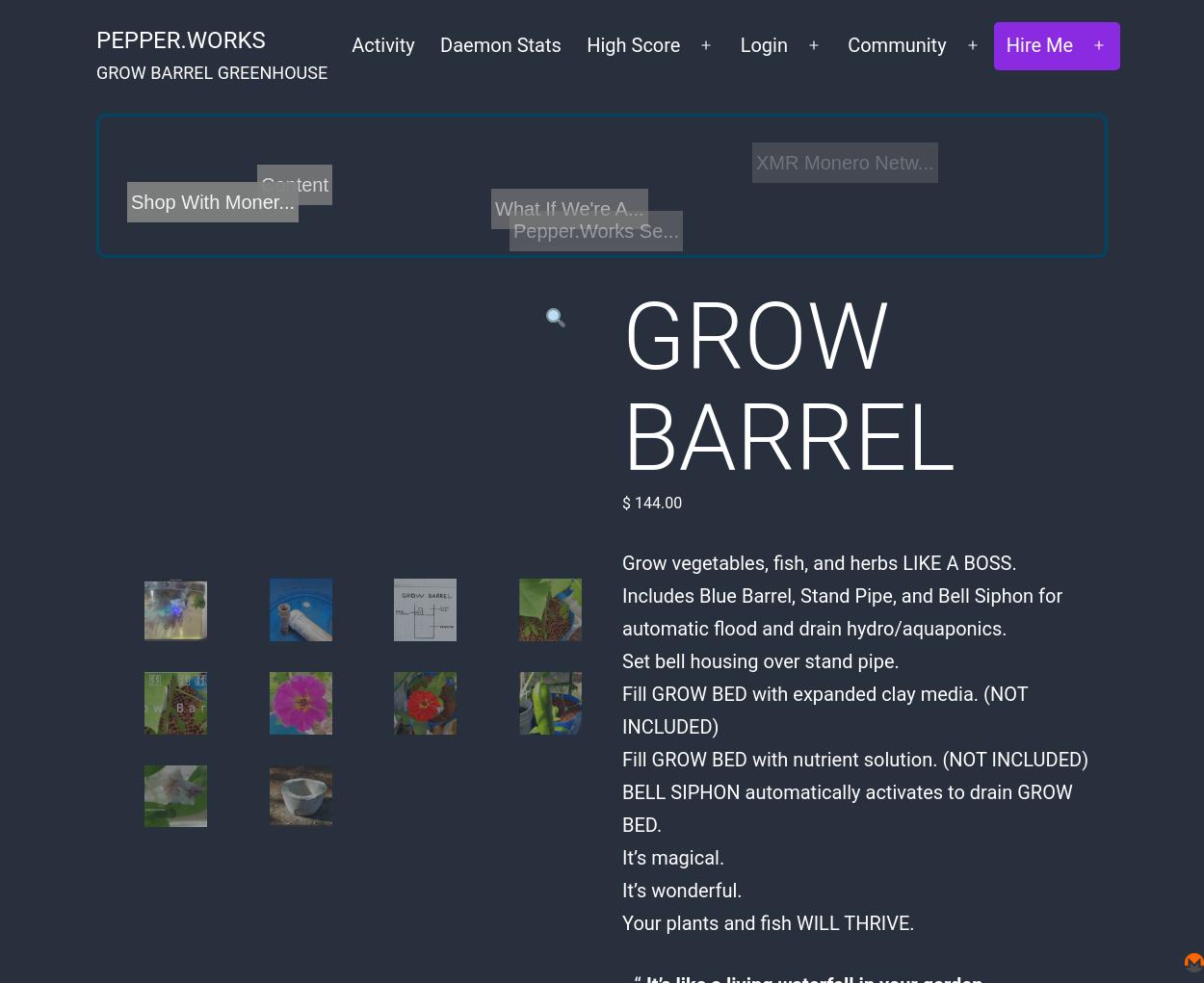 The image size is (1204, 983). What do you see at coordinates (848, 44) in the screenshot?
I see `'Community'` at bounding box center [848, 44].